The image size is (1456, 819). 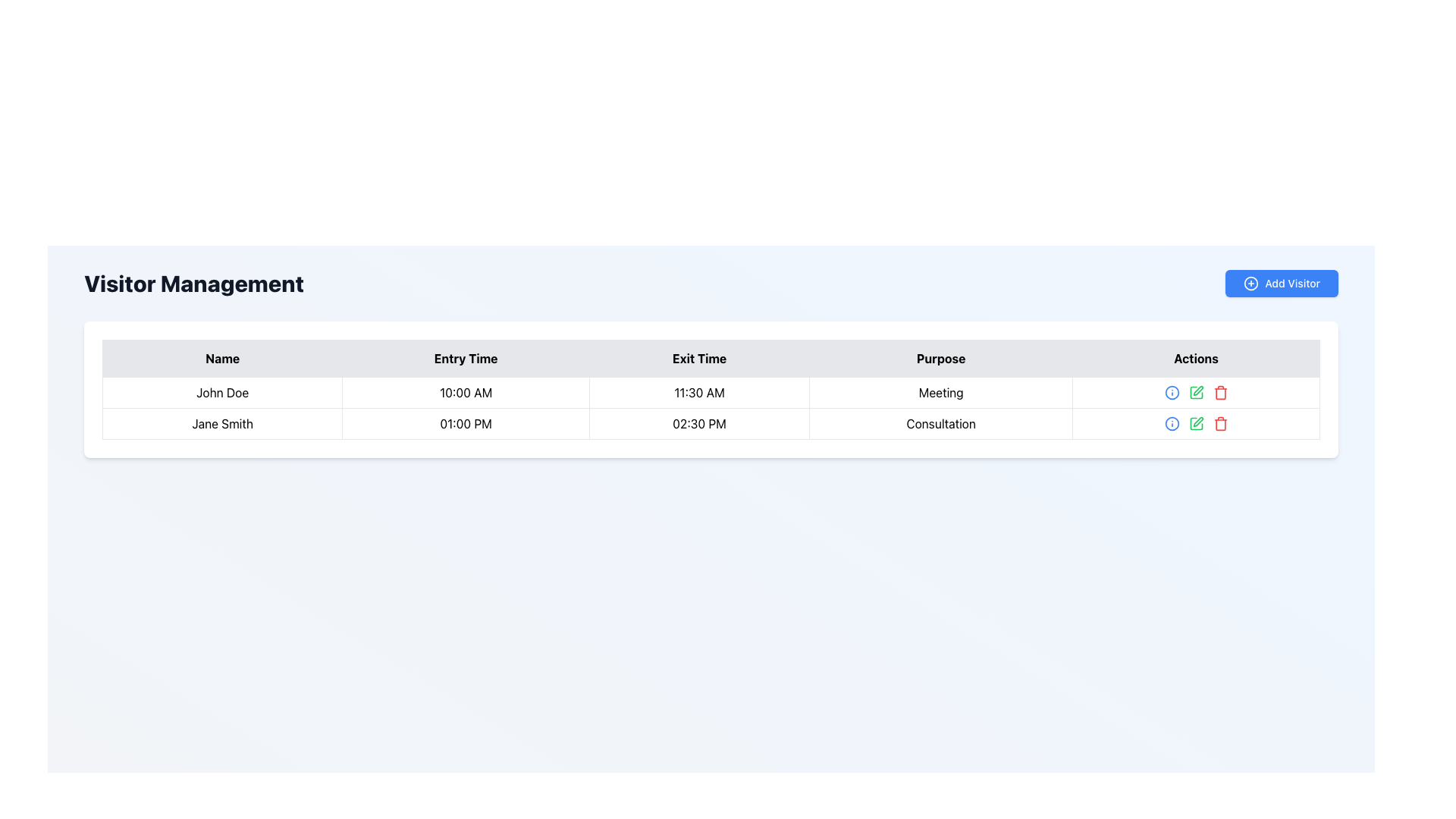 What do you see at coordinates (465, 424) in the screenshot?
I see `text content of the bold time representation '01:00 PM' located in the second cell of the 'Entry Time' column for 'Jane Smith' in the data table` at bounding box center [465, 424].